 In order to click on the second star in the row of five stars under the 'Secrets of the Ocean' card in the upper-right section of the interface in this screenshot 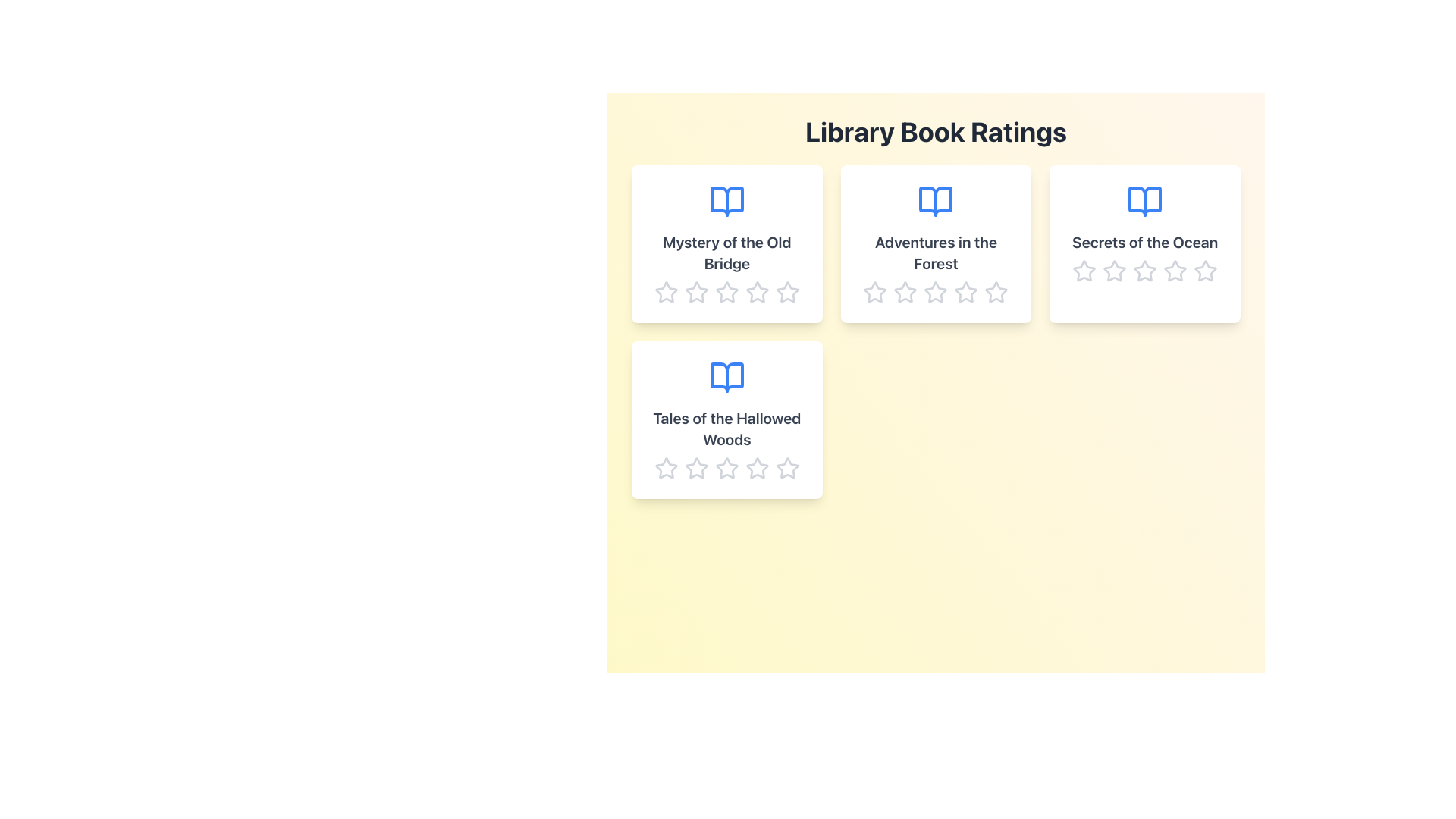, I will do `click(1115, 270)`.